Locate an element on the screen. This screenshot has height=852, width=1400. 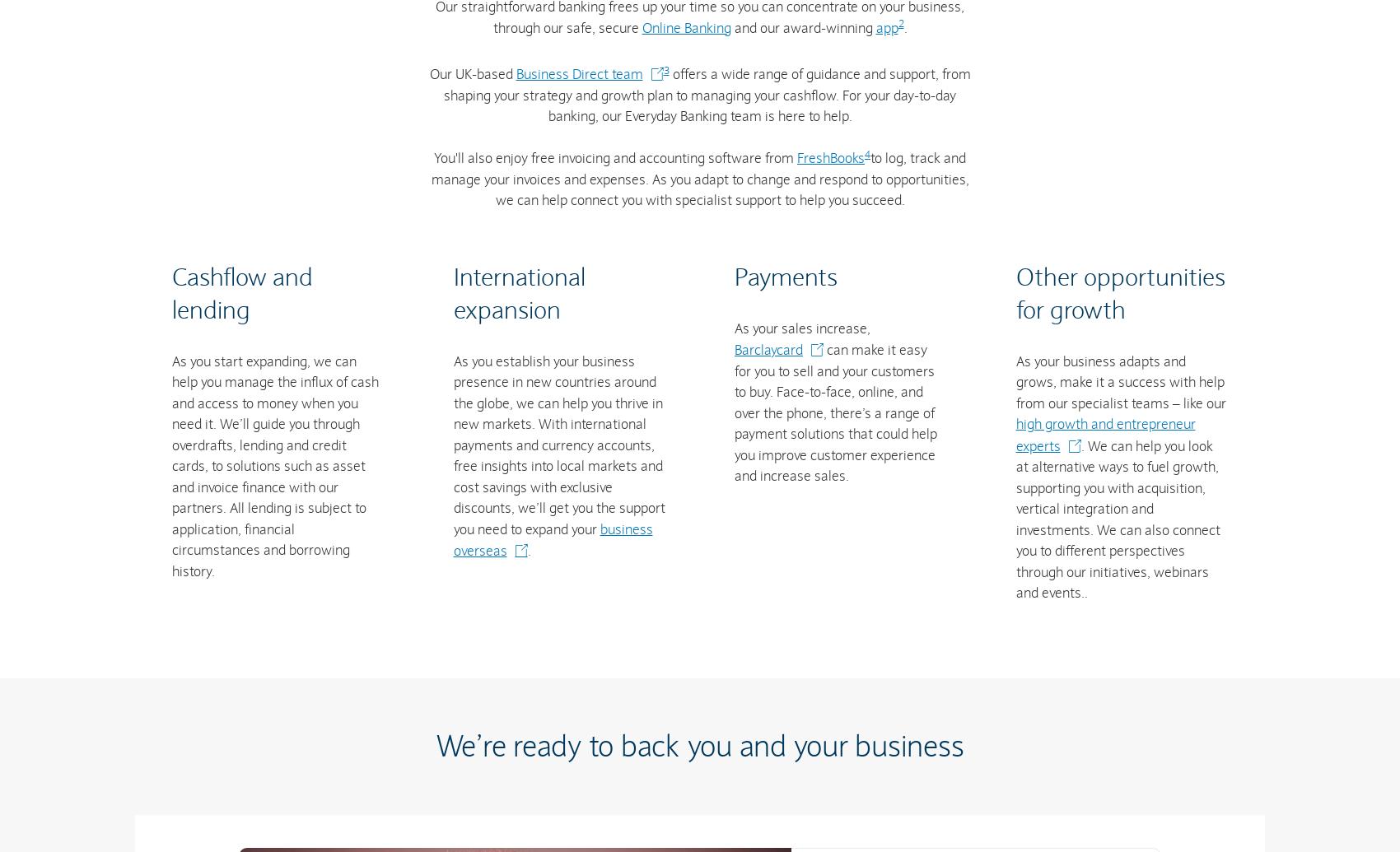
'Help & FAQs' is located at coordinates (324, 550).